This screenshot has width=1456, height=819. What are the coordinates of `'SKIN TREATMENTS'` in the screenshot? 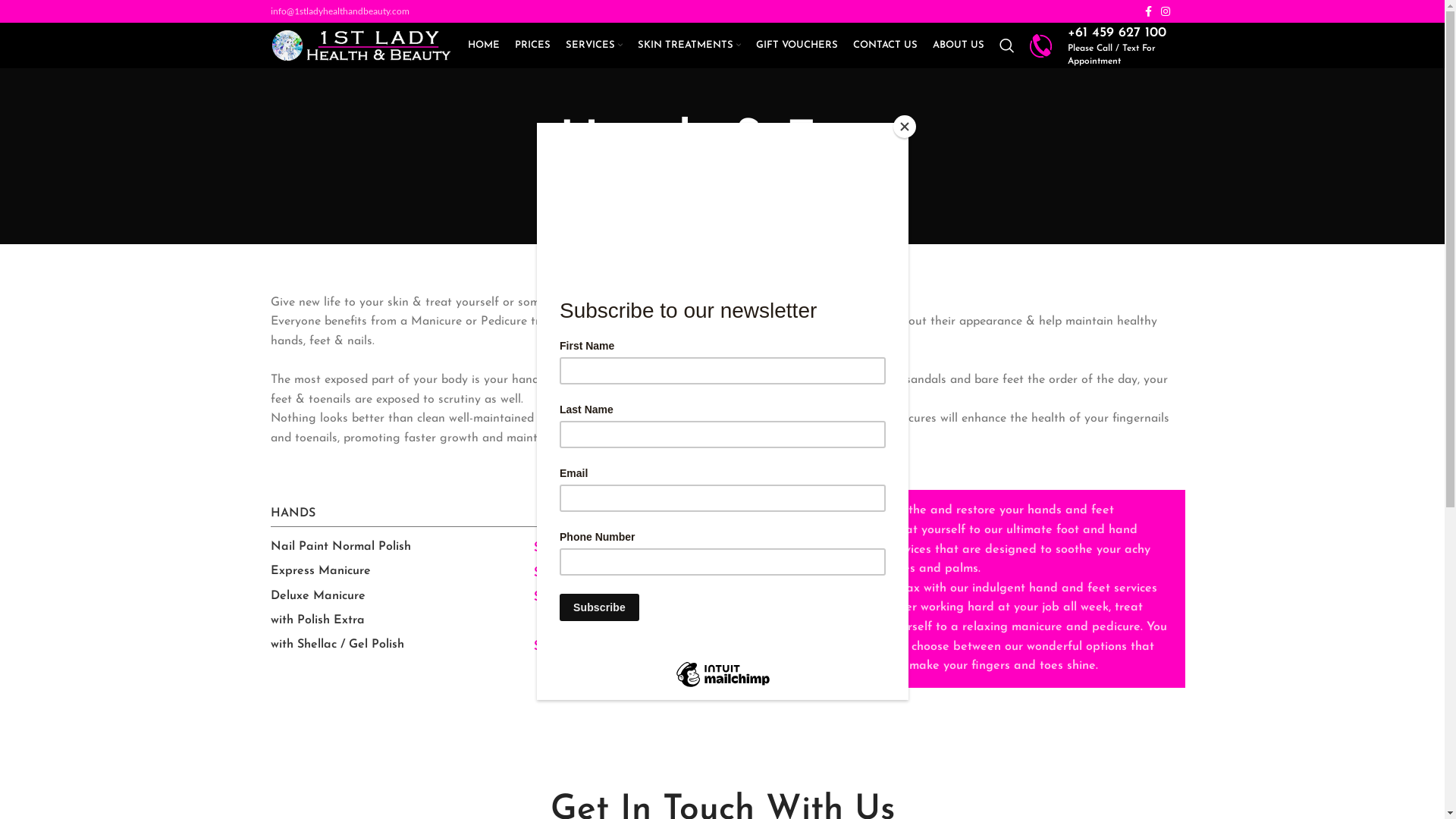 It's located at (687, 45).